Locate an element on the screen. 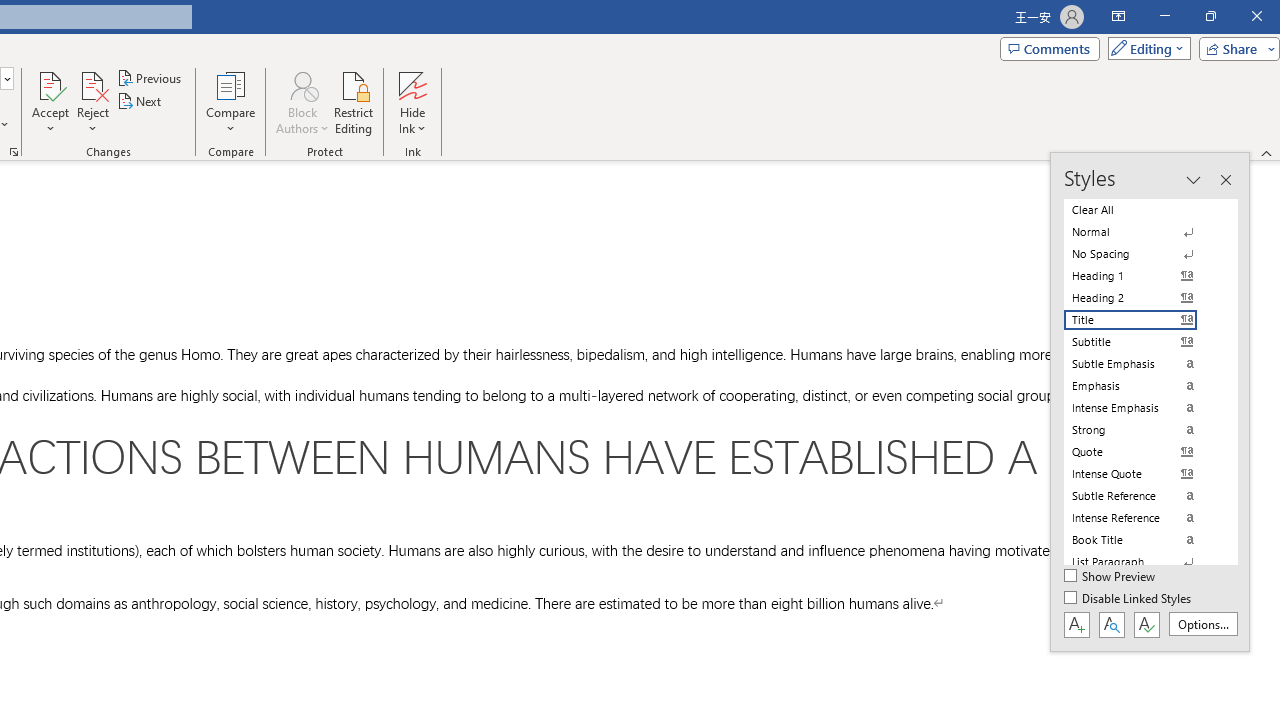 This screenshot has width=1280, height=720. 'Reject' is located at coordinates (91, 103).